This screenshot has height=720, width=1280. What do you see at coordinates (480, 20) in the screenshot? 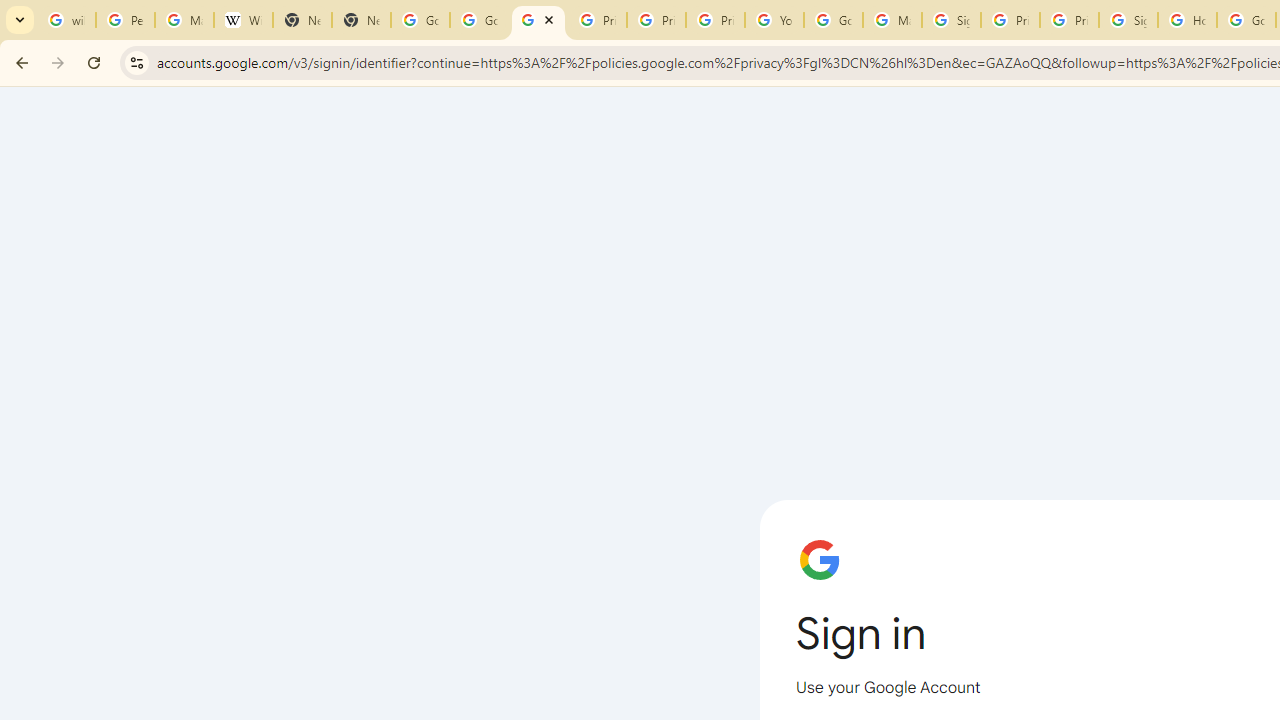
I see `'Google Drive: Sign-in'` at bounding box center [480, 20].